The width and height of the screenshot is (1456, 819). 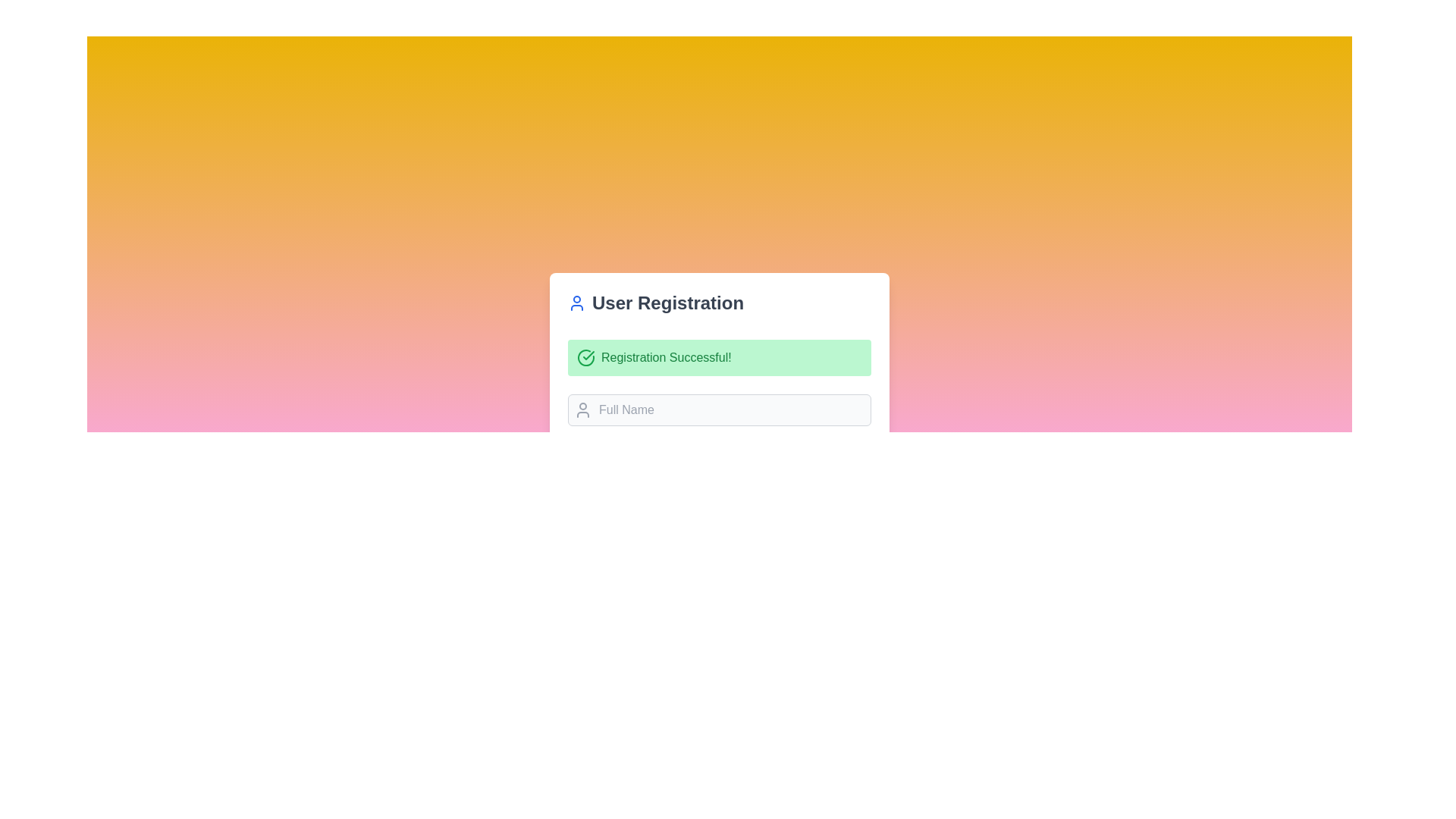 What do you see at coordinates (719, 357) in the screenshot?
I see `the Notification banner that confirms the successful completion of the registration process, located below the 'User Registration' header and above the 'Full Name' input field` at bounding box center [719, 357].